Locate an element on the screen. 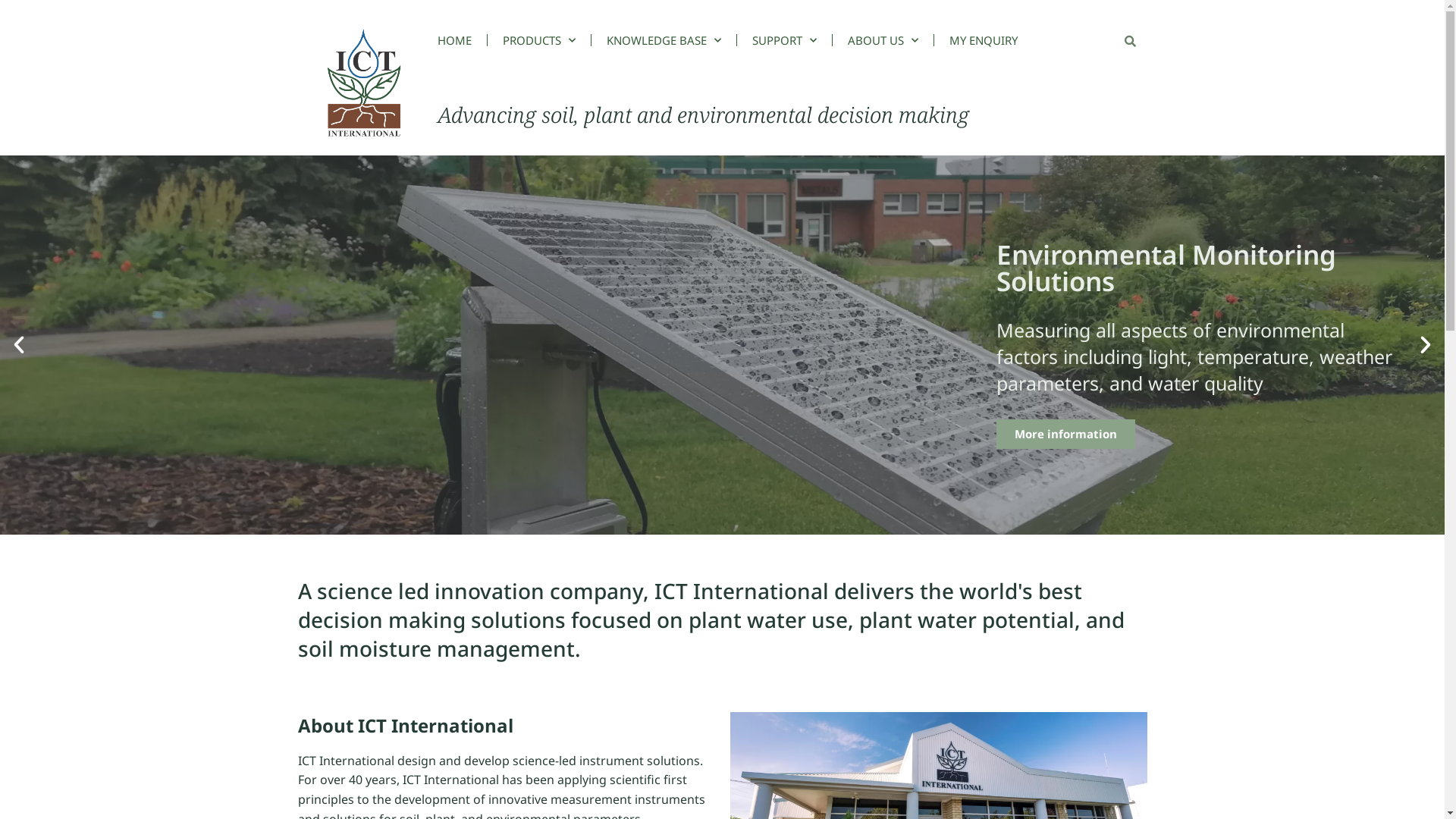 This screenshot has height=819, width=1456. 'KNOWLEDGE BASE' is located at coordinates (664, 39).